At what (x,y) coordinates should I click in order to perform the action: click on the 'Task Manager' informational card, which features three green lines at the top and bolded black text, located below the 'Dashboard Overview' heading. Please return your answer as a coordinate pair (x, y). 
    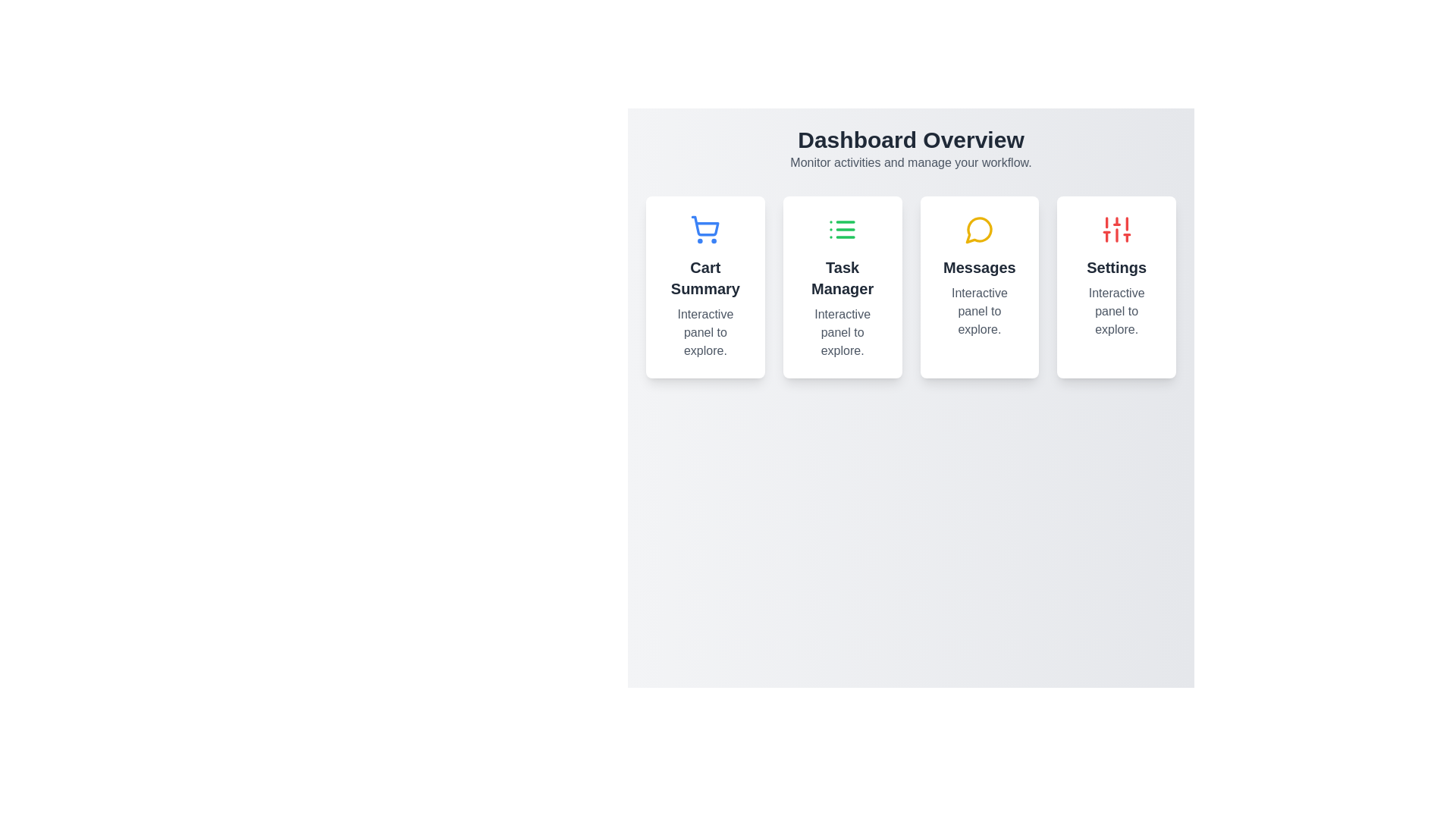
    Looking at the image, I should click on (842, 287).